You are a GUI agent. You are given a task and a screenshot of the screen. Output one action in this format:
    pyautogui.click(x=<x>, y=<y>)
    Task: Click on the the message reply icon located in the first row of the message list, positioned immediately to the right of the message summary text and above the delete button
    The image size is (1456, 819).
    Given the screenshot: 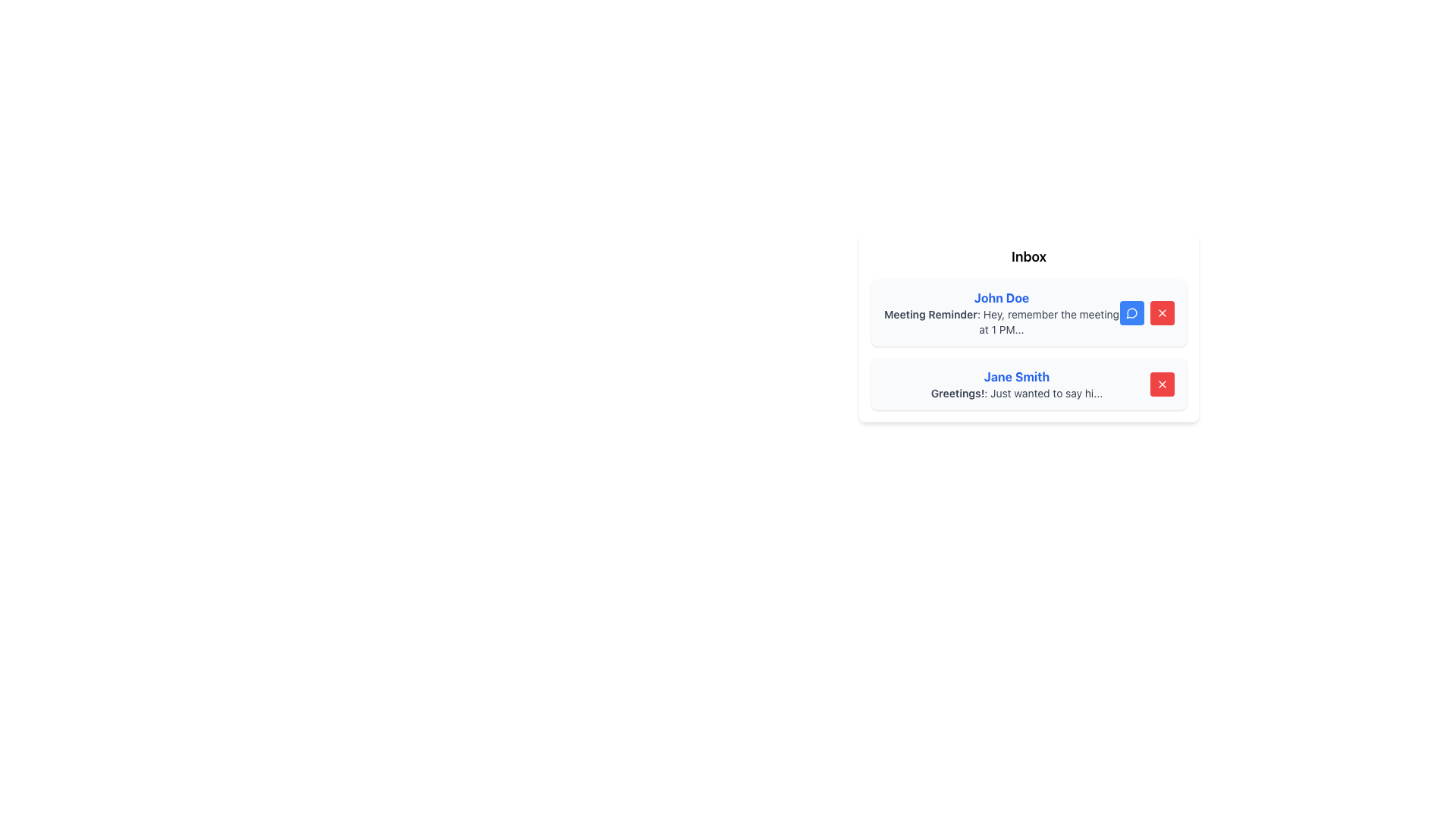 What is the action you would take?
    pyautogui.click(x=1131, y=312)
    